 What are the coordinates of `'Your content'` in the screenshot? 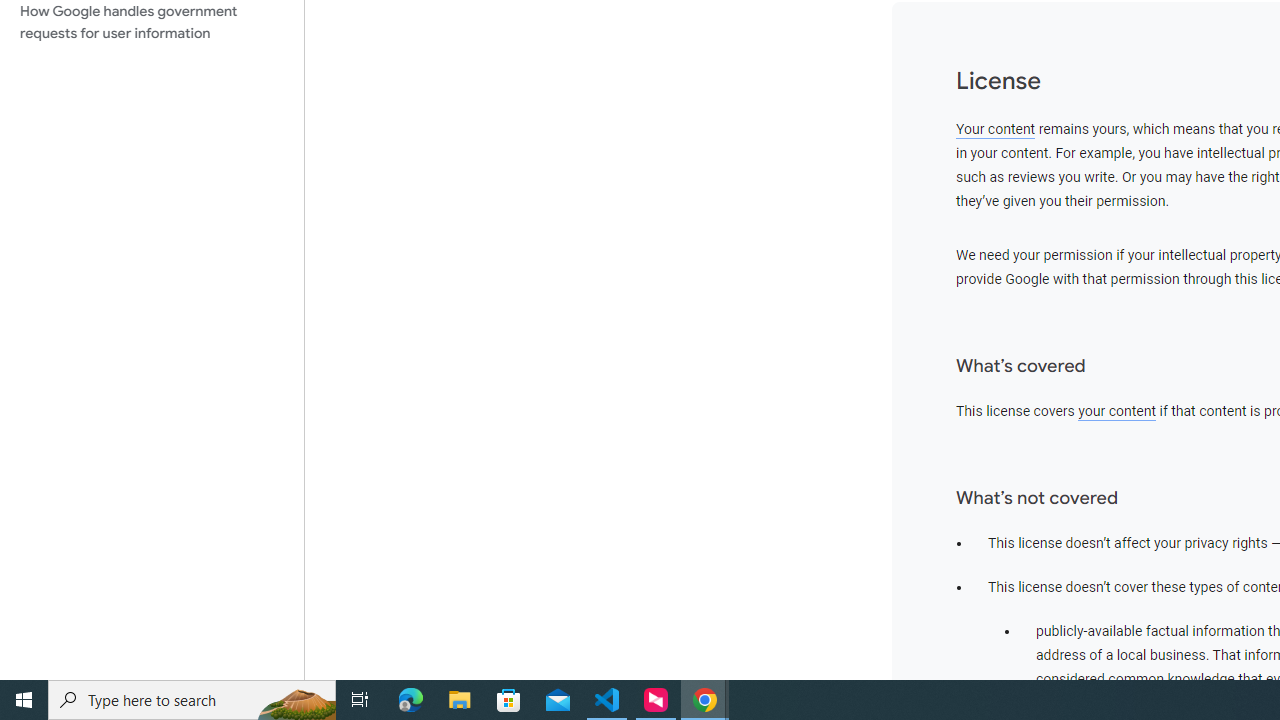 It's located at (995, 129).